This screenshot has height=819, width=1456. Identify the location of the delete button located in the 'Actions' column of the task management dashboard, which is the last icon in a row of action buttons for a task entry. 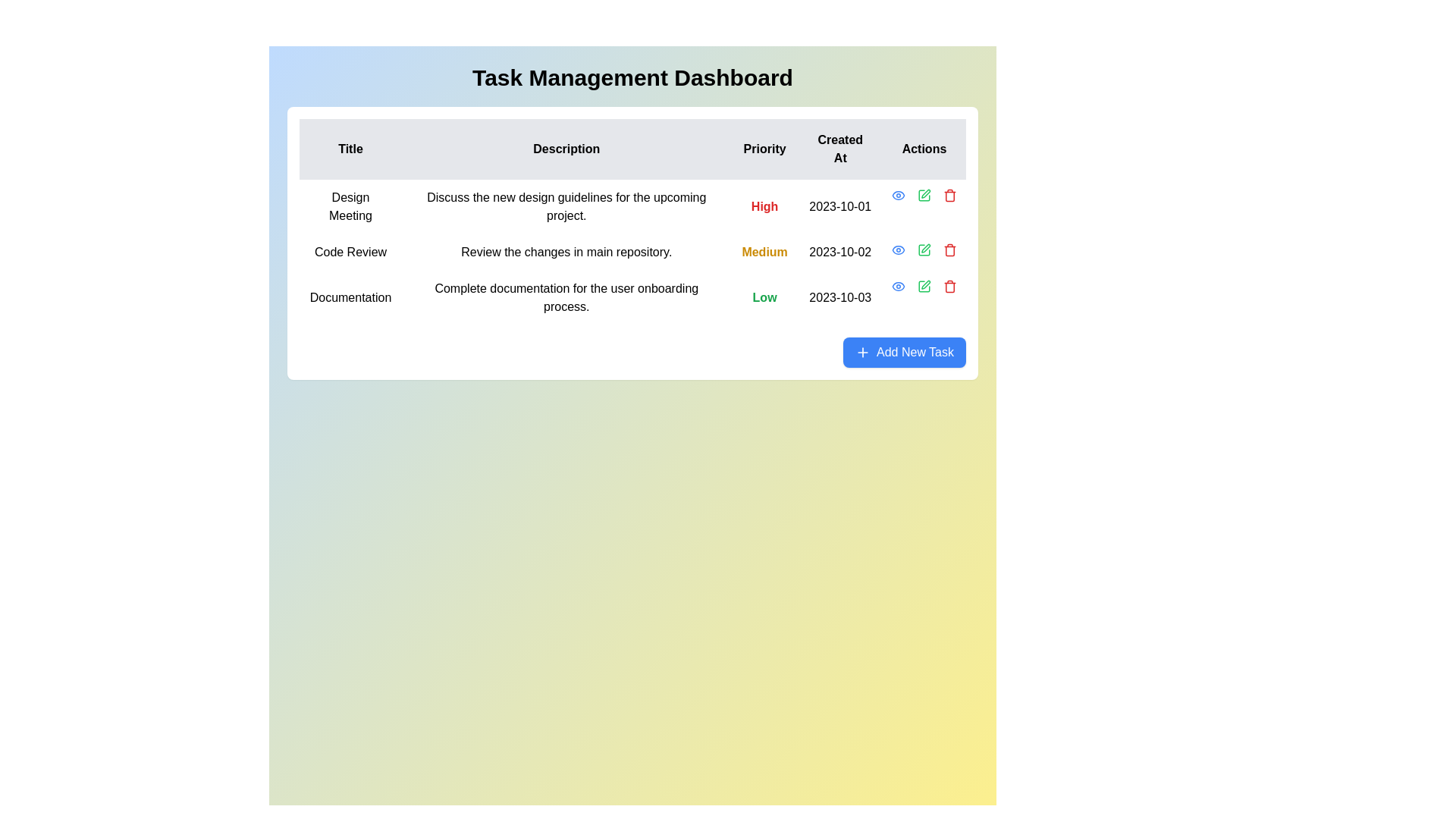
(949, 287).